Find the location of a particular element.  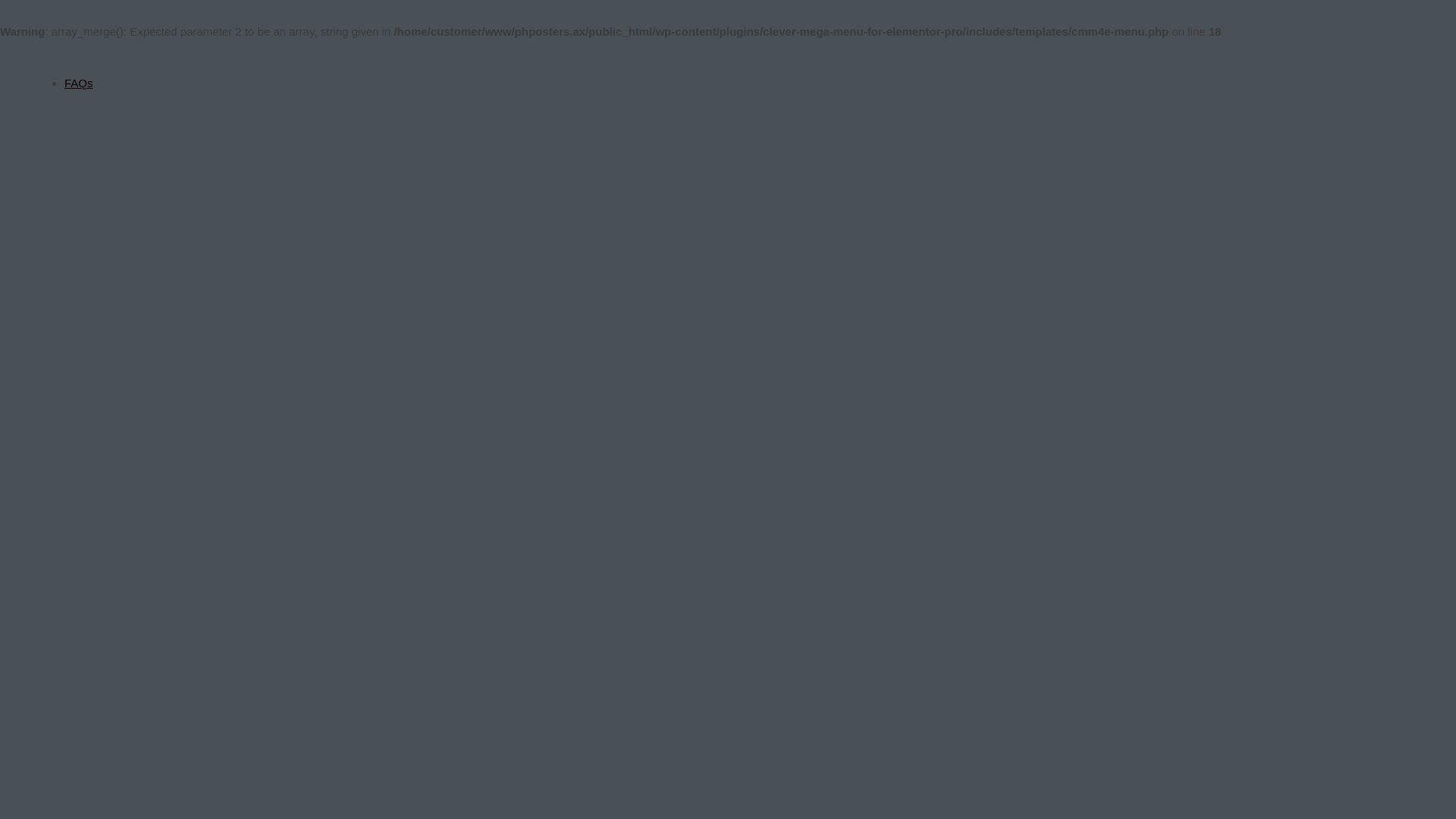

'FAQs' is located at coordinates (78, 83).